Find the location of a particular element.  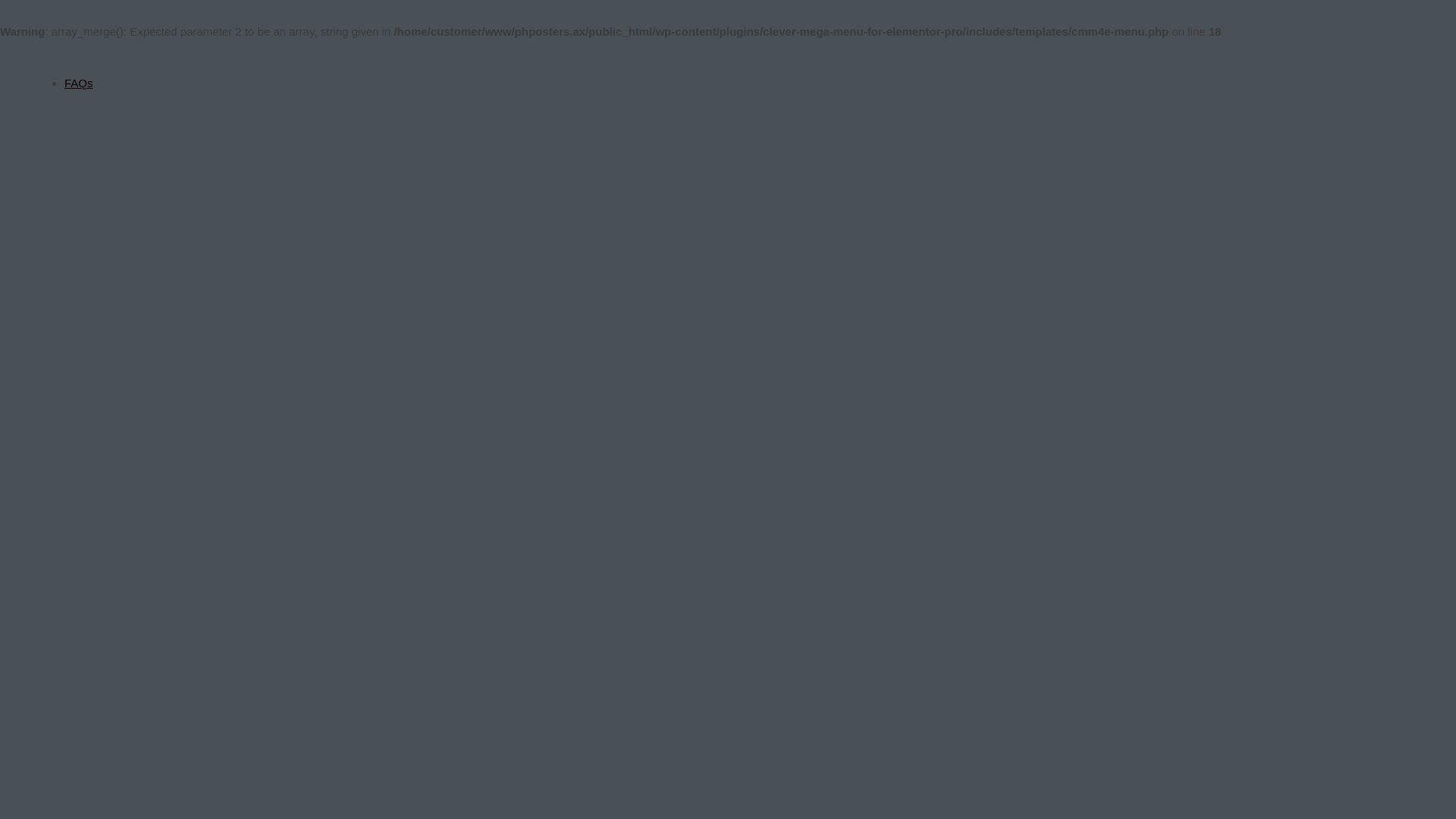

'FAQs' is located at coordinates (78, 83).